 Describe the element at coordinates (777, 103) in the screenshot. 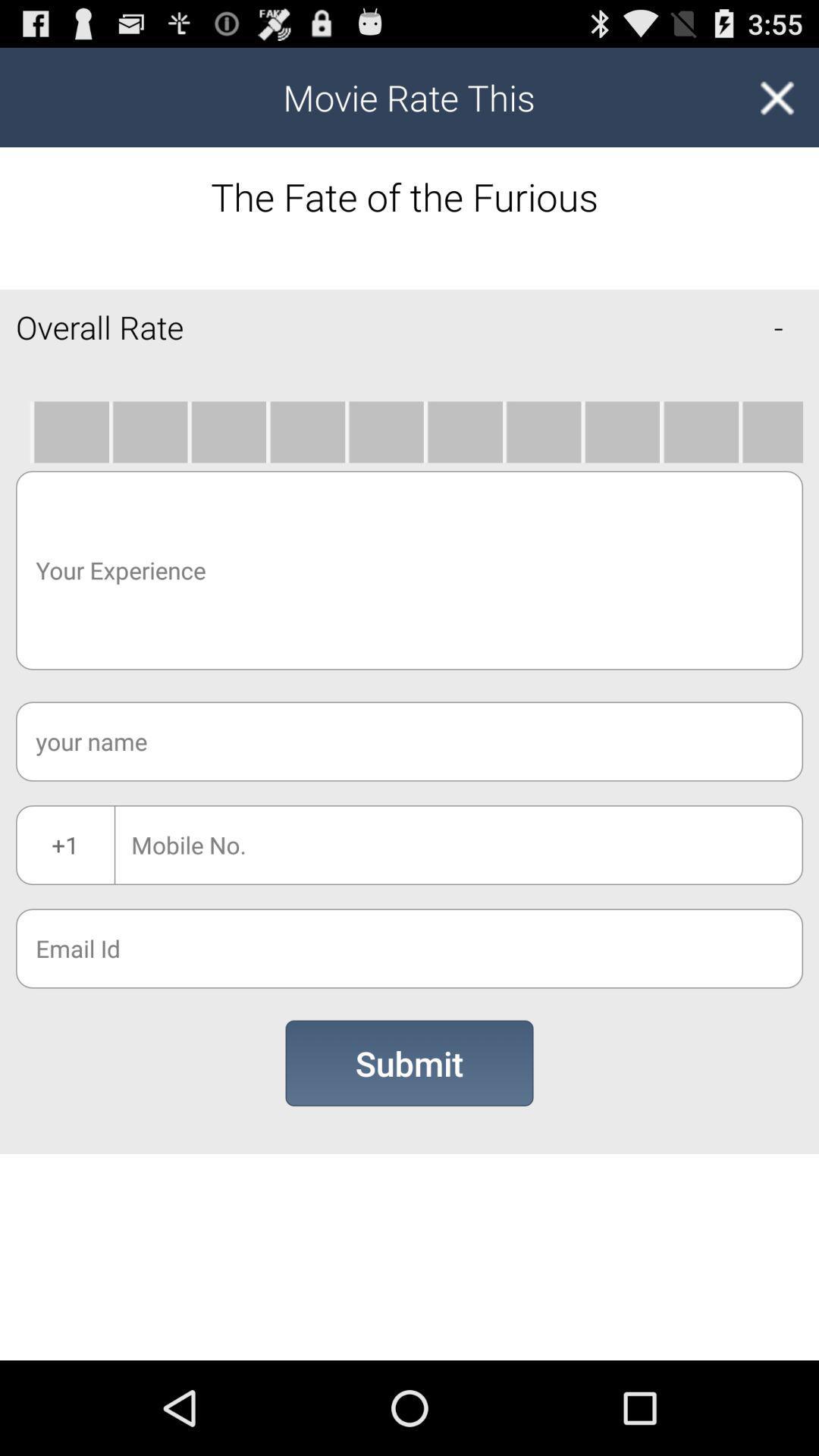

I see `the close icon` at that location.